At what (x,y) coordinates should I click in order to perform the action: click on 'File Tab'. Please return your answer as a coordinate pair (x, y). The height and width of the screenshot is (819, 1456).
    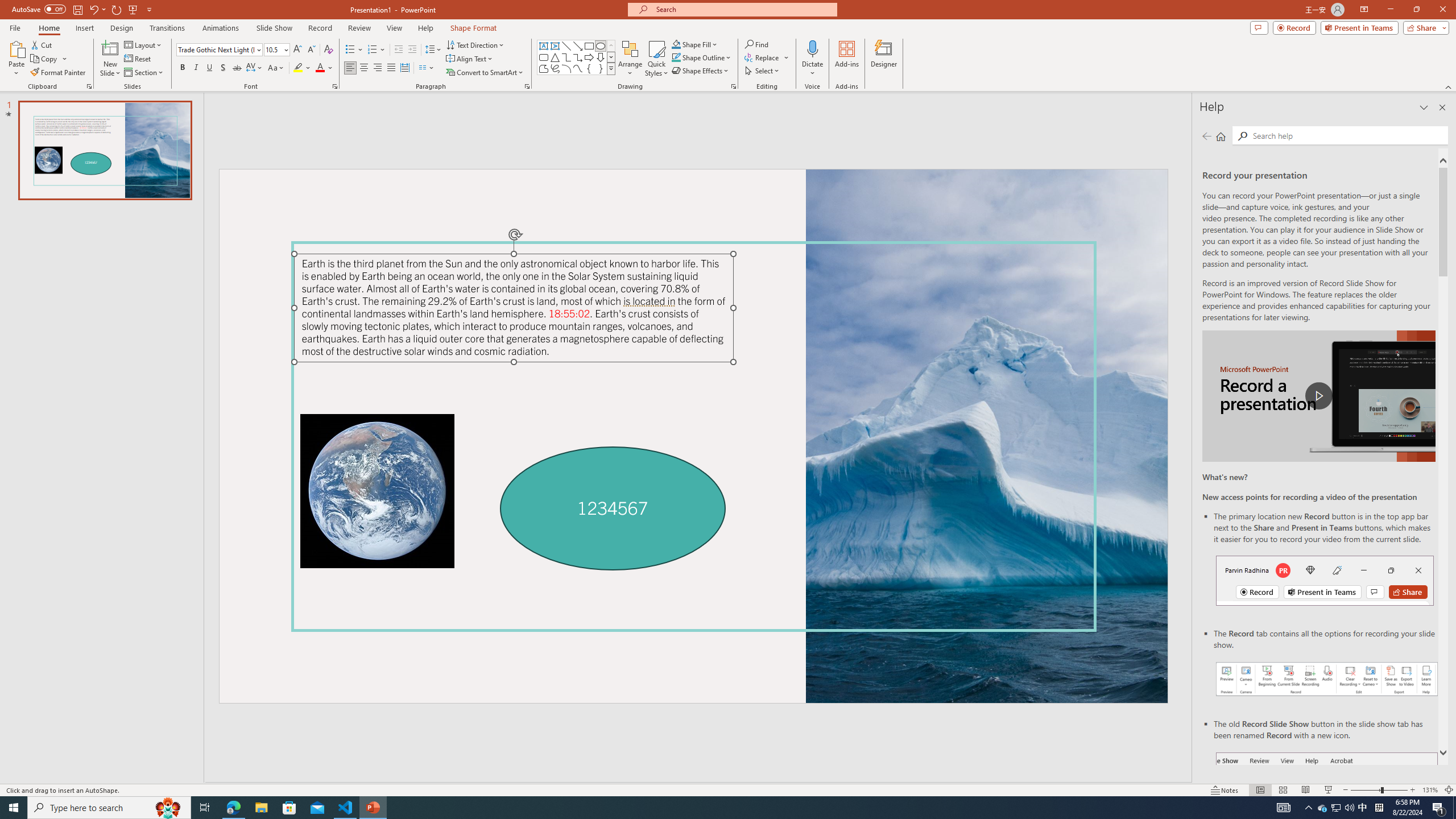
    Looking at the image, I should click on (14, 27).